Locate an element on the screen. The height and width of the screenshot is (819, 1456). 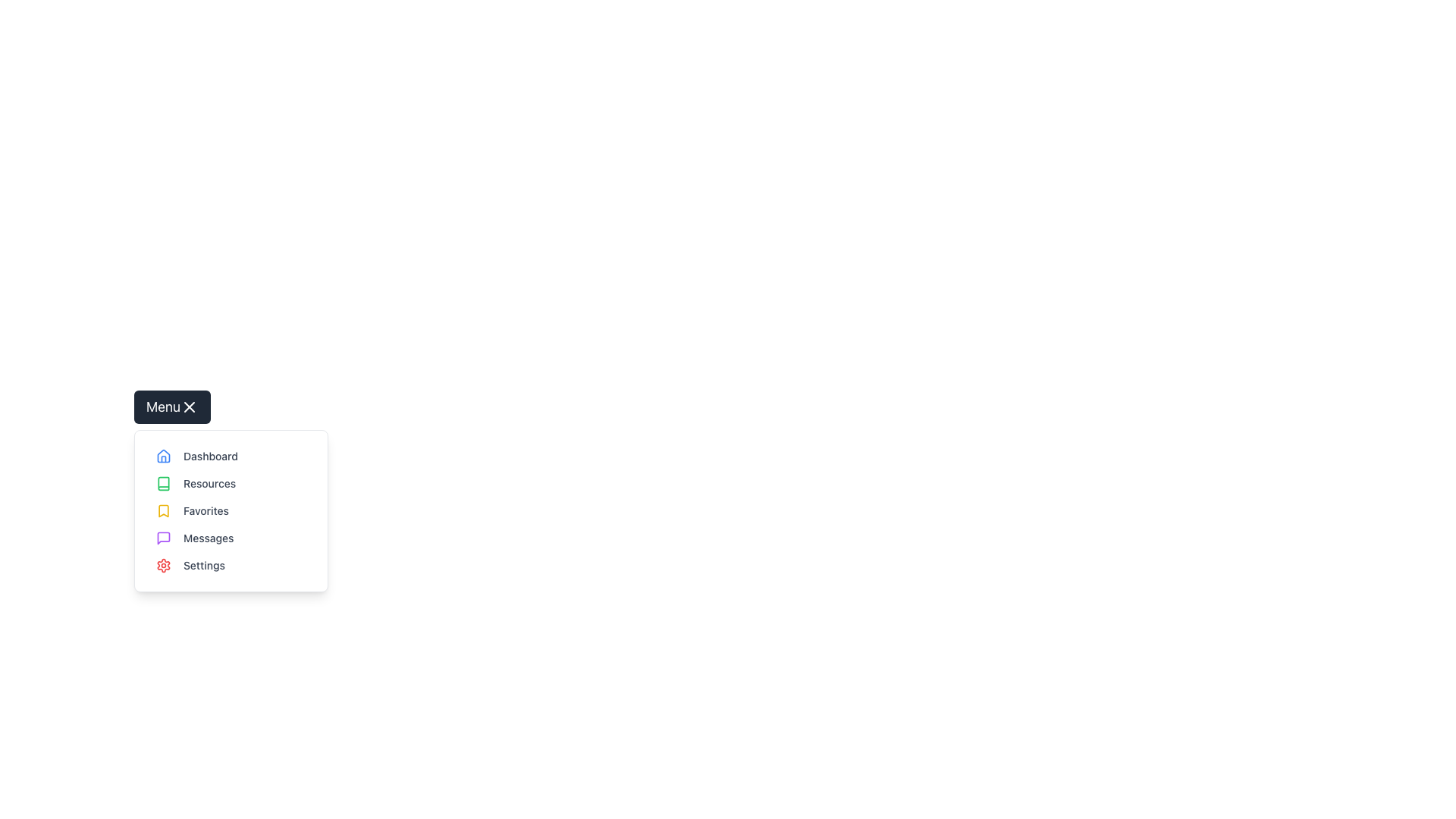
the purple speech bubble icon is located at coordinates (164, 537).